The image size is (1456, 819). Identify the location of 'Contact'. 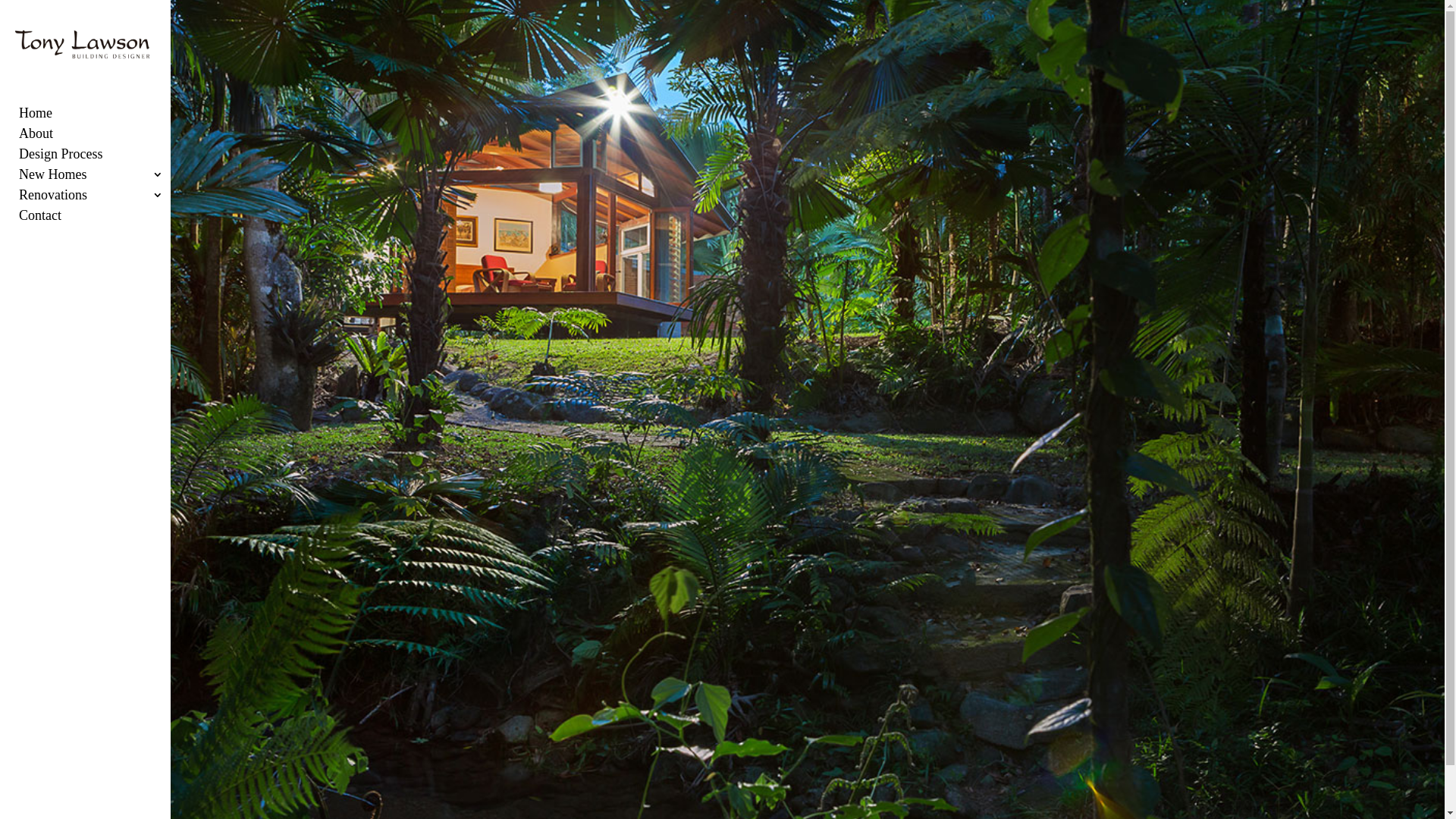
(101, 220).